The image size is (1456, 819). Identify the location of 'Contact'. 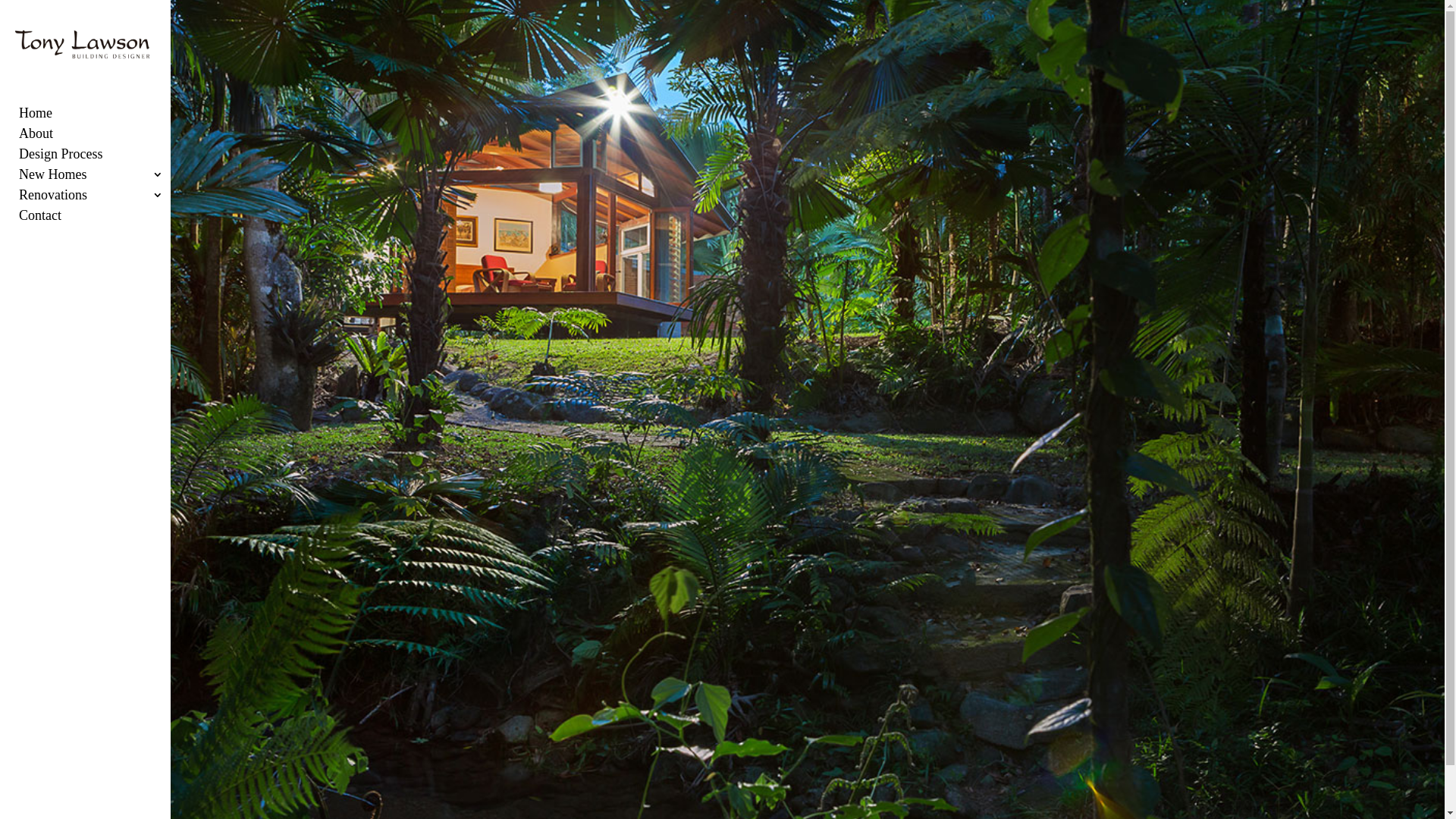
(101, 220).